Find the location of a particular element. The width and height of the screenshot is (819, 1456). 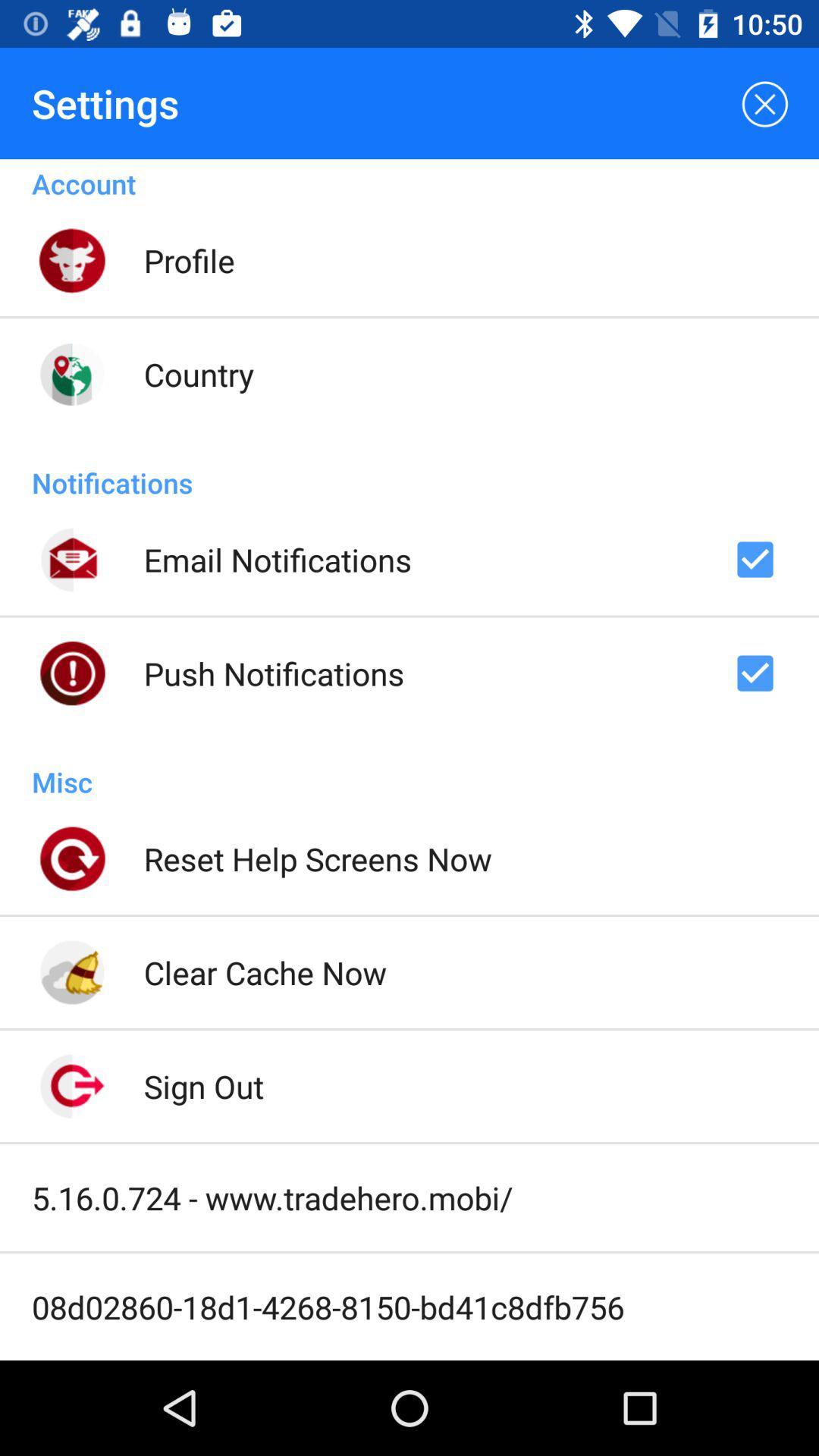

08d02860 18d1 4268 icon is located at coordinates (327, 1306).